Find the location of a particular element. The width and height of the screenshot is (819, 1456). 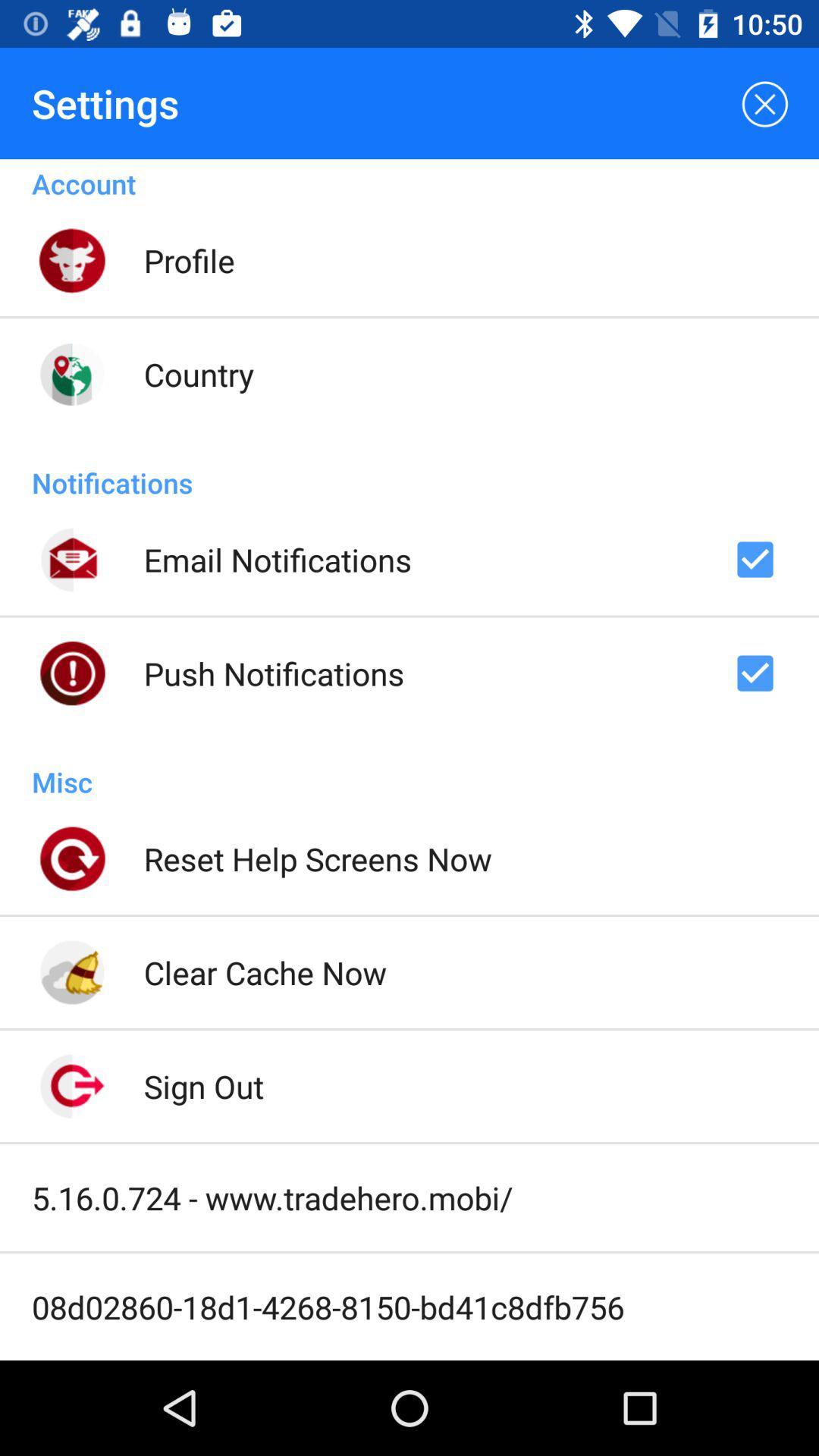

08d02860 18d1 4268 icon is located at coordinates (327, 1306).